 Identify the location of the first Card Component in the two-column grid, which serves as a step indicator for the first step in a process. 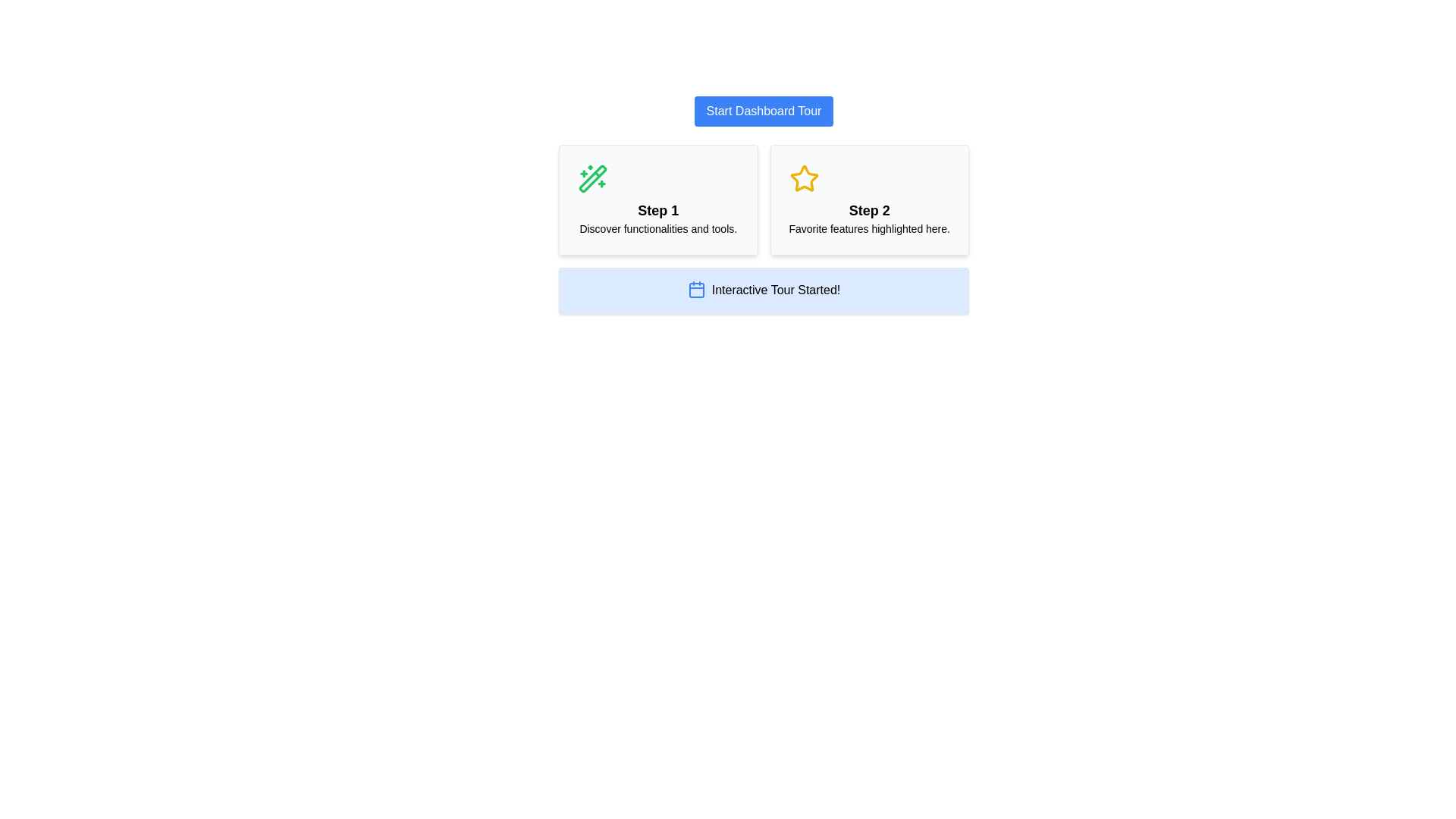
(658, 199).